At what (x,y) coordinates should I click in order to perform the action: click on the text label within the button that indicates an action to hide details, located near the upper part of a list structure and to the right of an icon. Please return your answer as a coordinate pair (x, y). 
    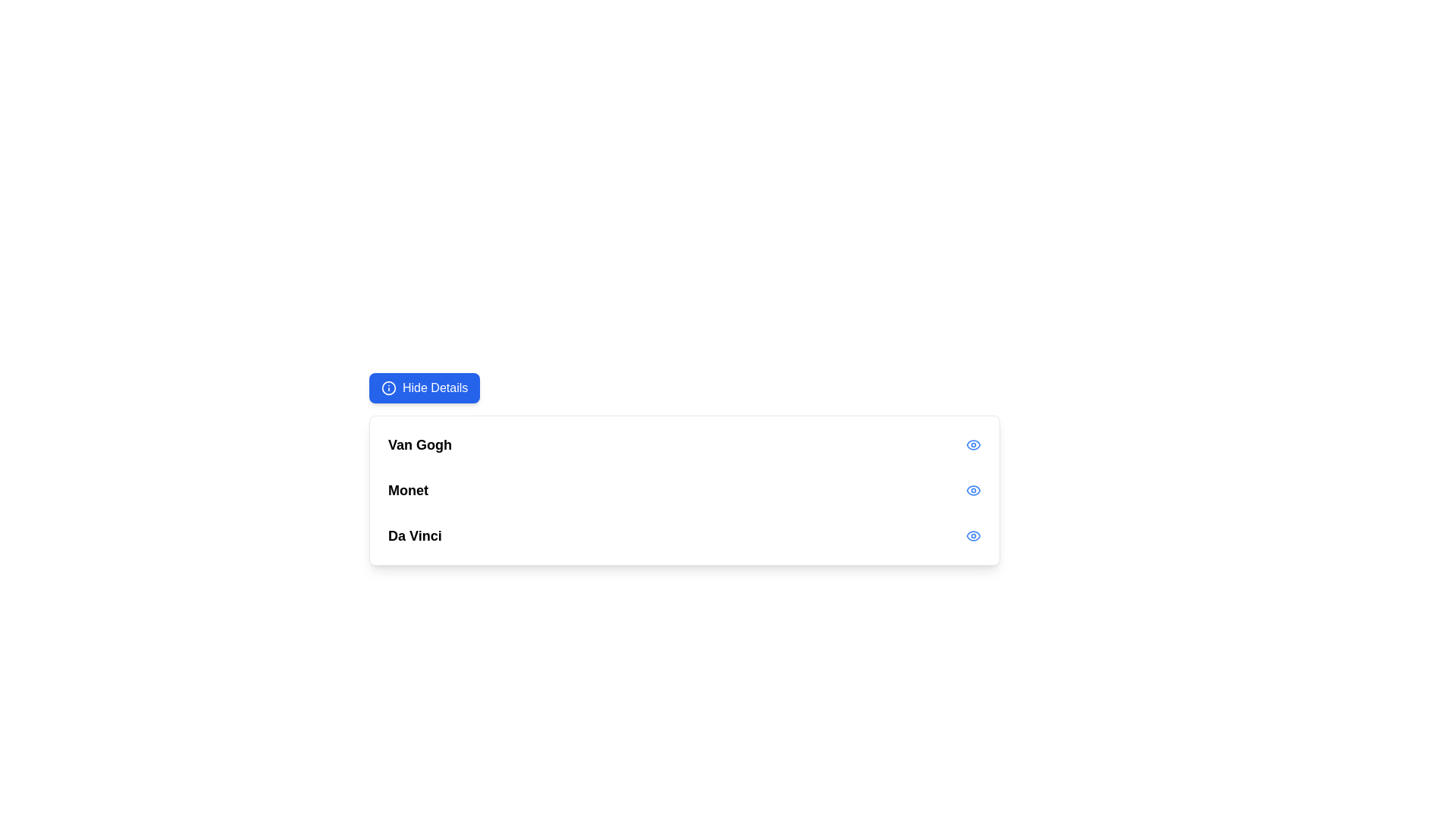
    Looking at the image, I should click on (435, 388).